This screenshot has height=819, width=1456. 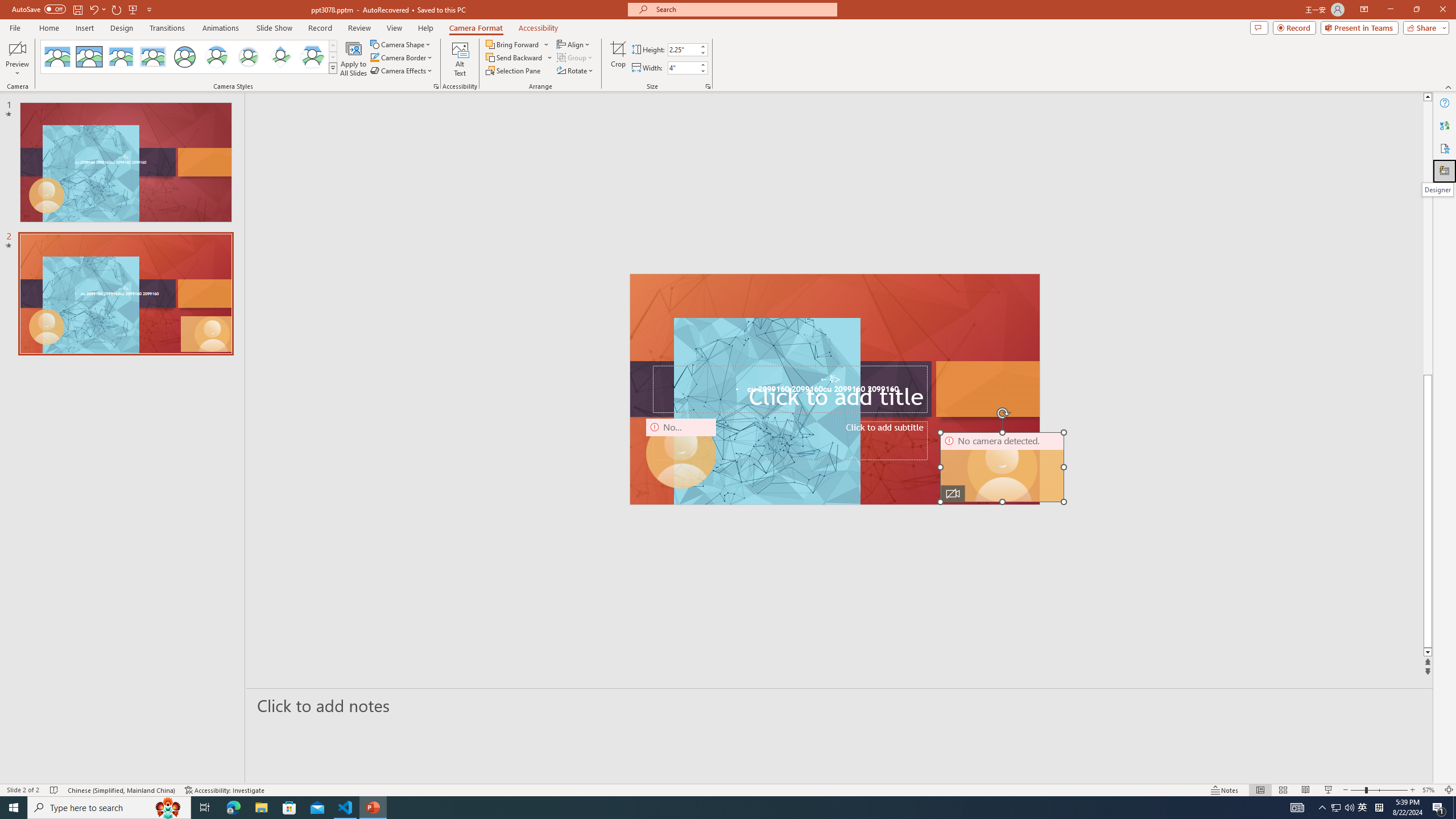 What do you see at coordinates (375, 56) in the screenshot?
I see `'Camera Border Green, Accent 1'` at bounding box center [375, 56].